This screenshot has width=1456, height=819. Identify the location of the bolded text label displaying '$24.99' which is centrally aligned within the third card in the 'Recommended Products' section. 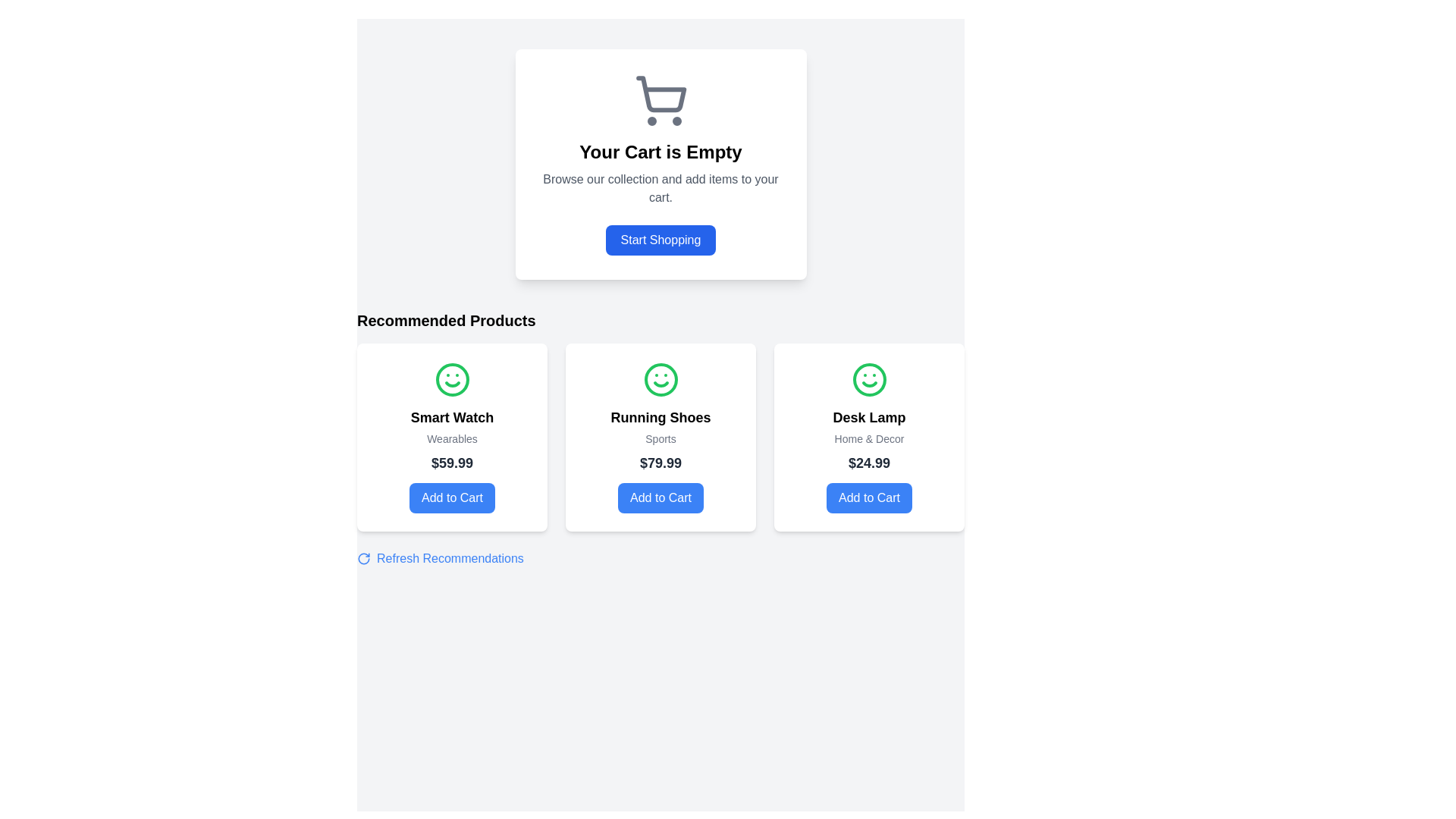
(869, 462).